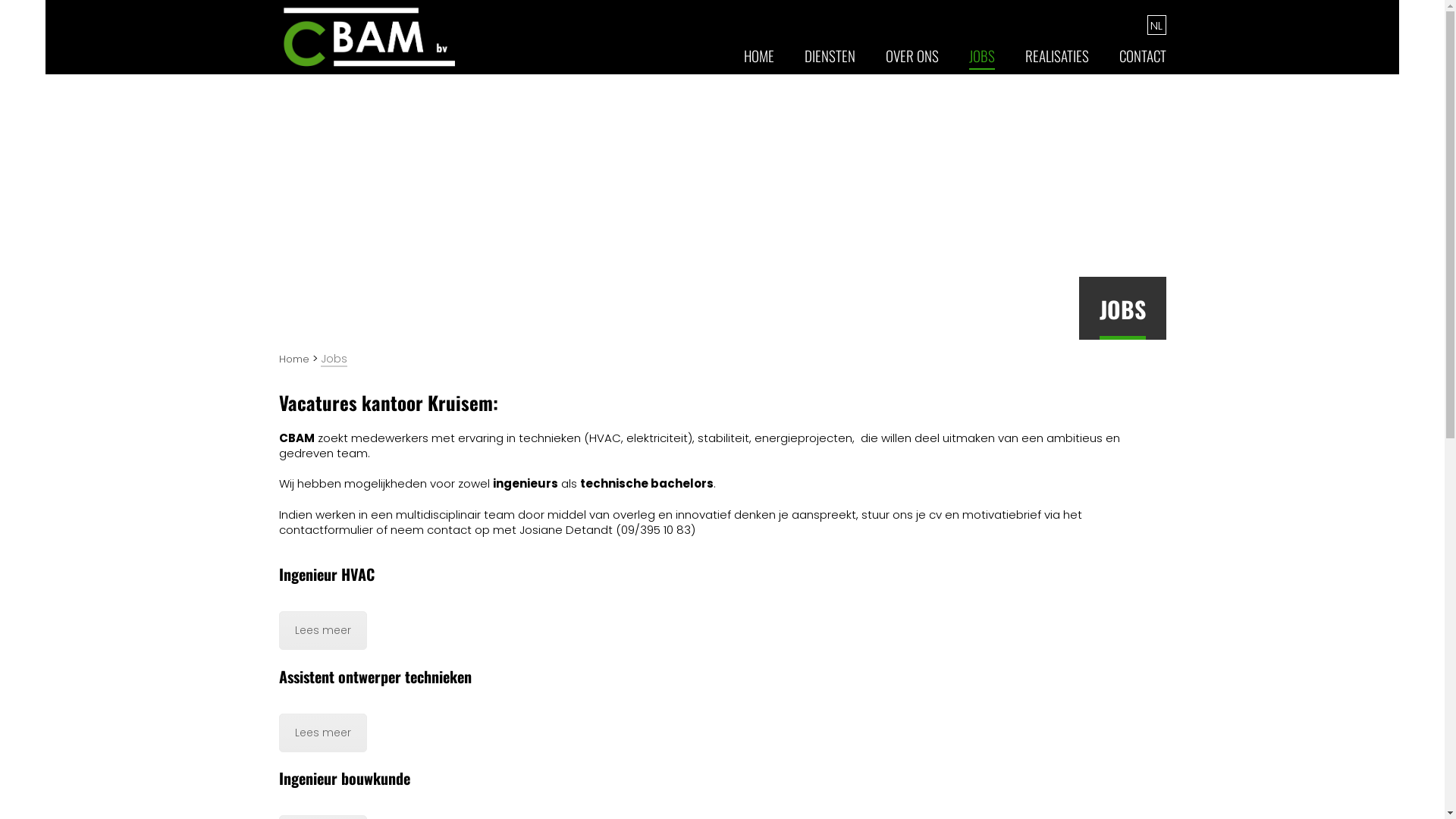  What do you see at coordinates (982, 61) in the screenshot?
I see `'JOBS'` at bounding box center [982, 61].